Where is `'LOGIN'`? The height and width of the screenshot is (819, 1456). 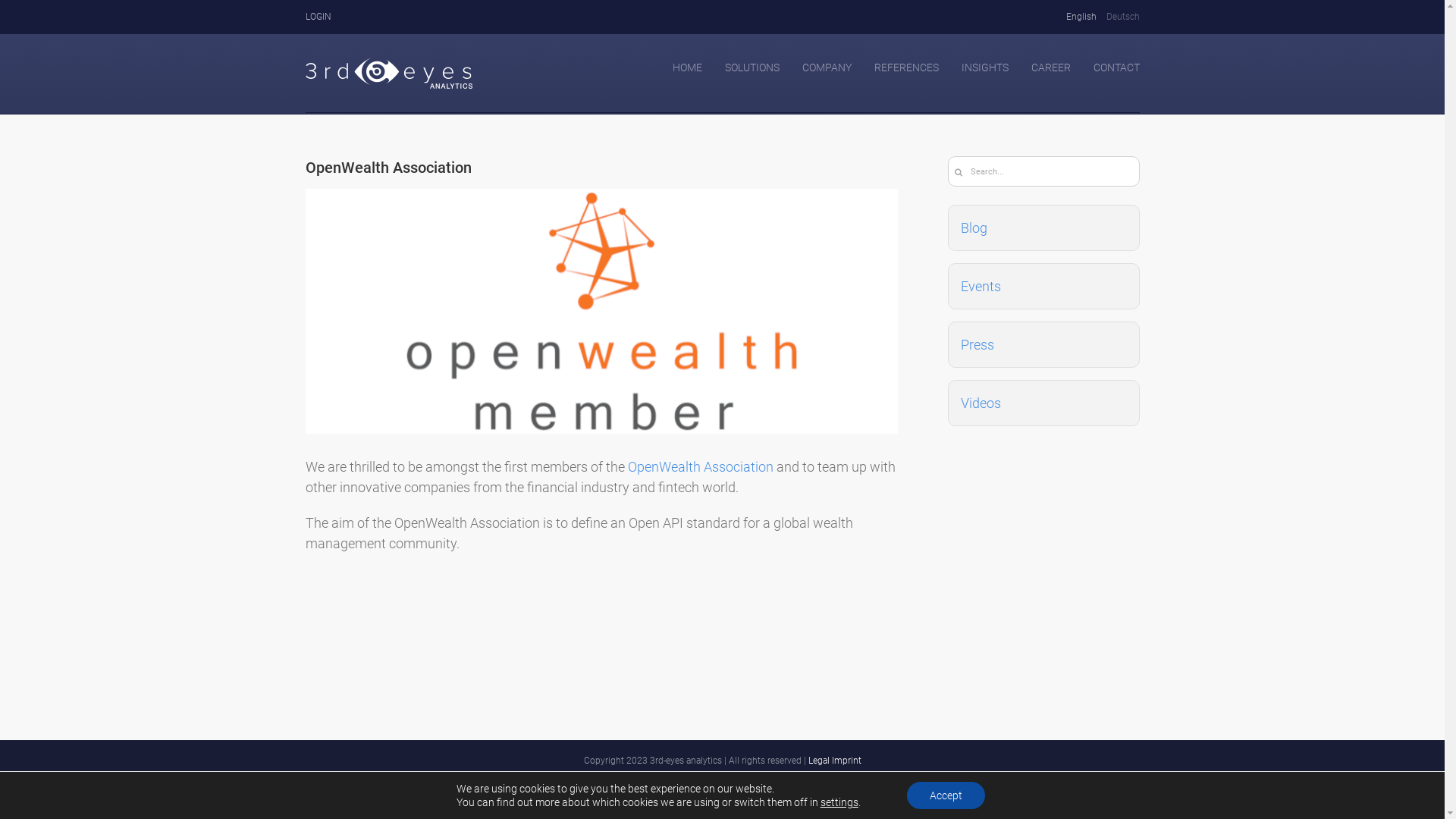
'LOGIN' is located at coordinates (316, 17).